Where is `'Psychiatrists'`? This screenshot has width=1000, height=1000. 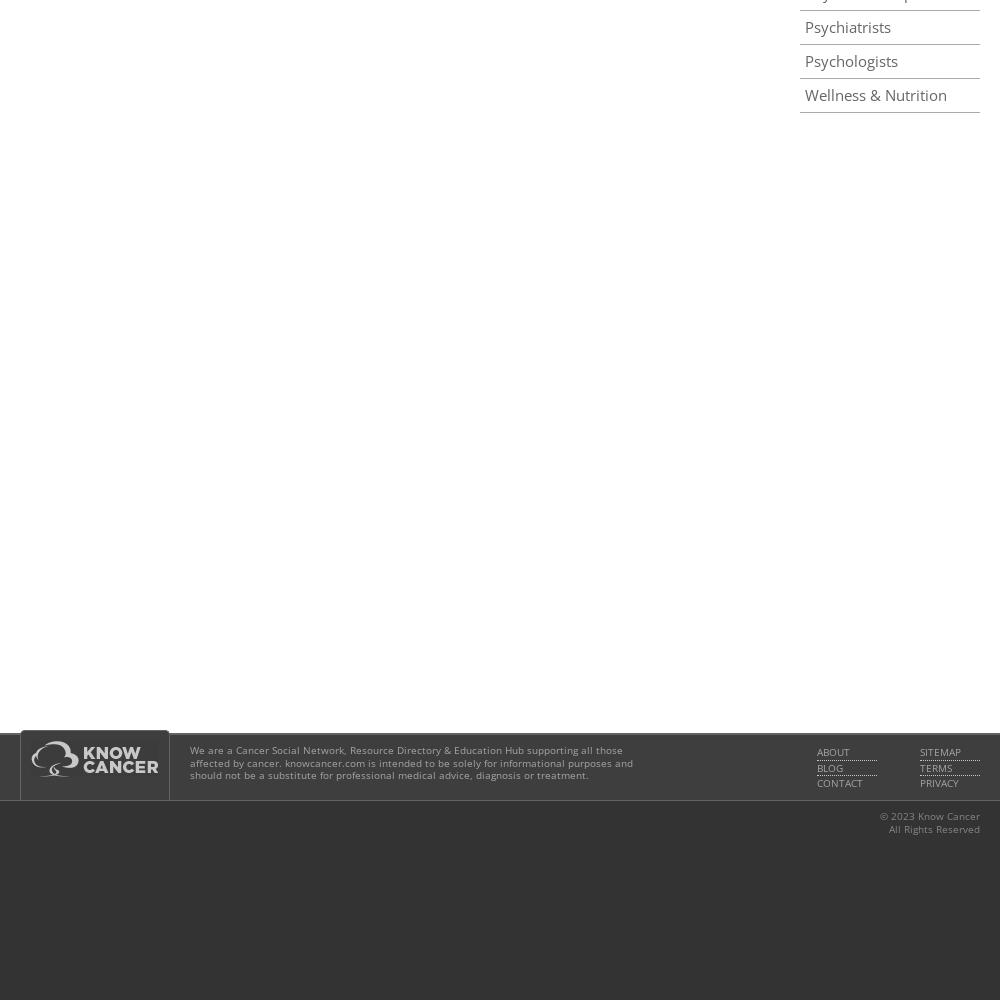
'Psychiatrists' is located at coordinates (847, 27).